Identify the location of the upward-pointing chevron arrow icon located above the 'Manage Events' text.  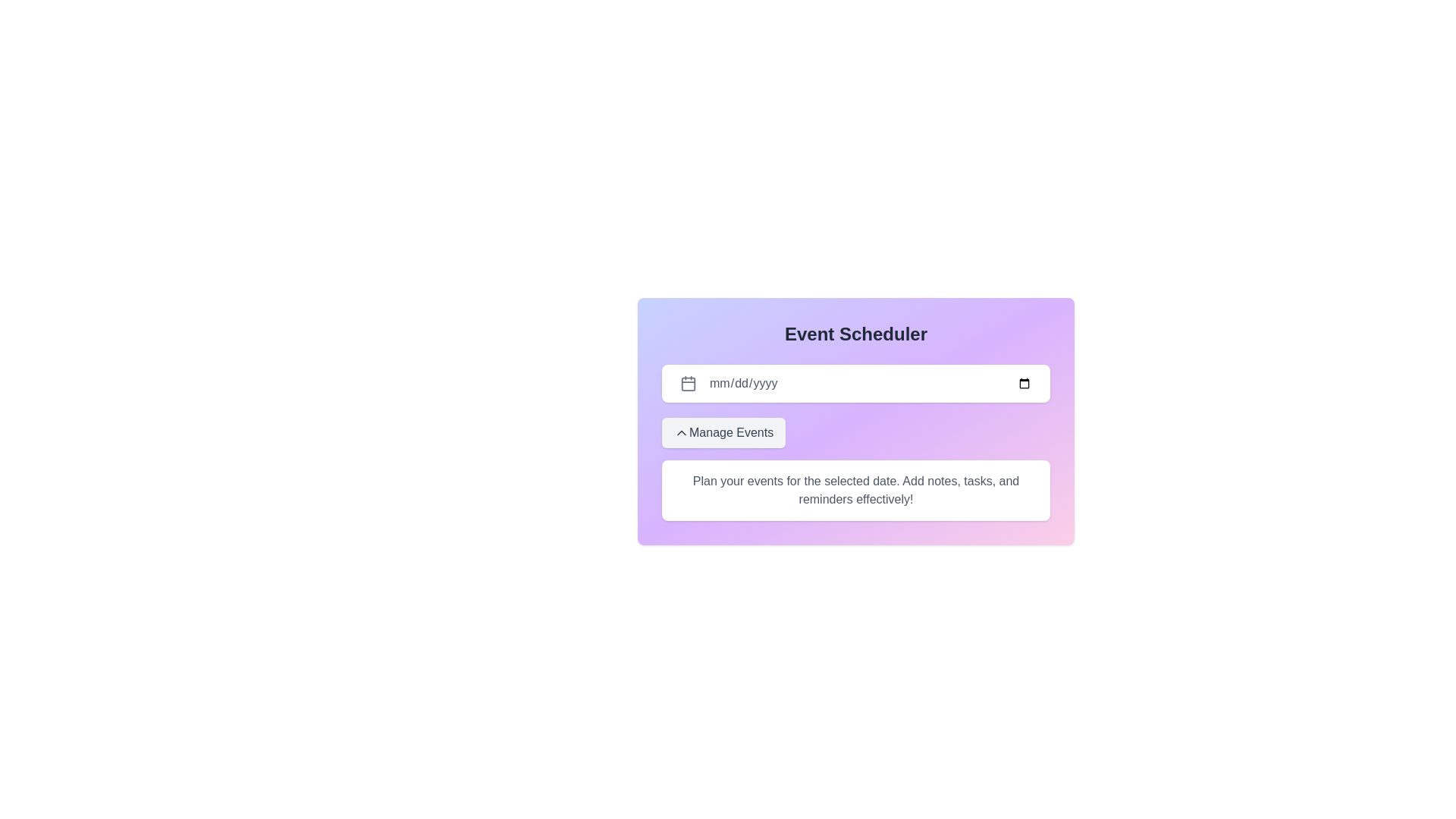
(680, 432).